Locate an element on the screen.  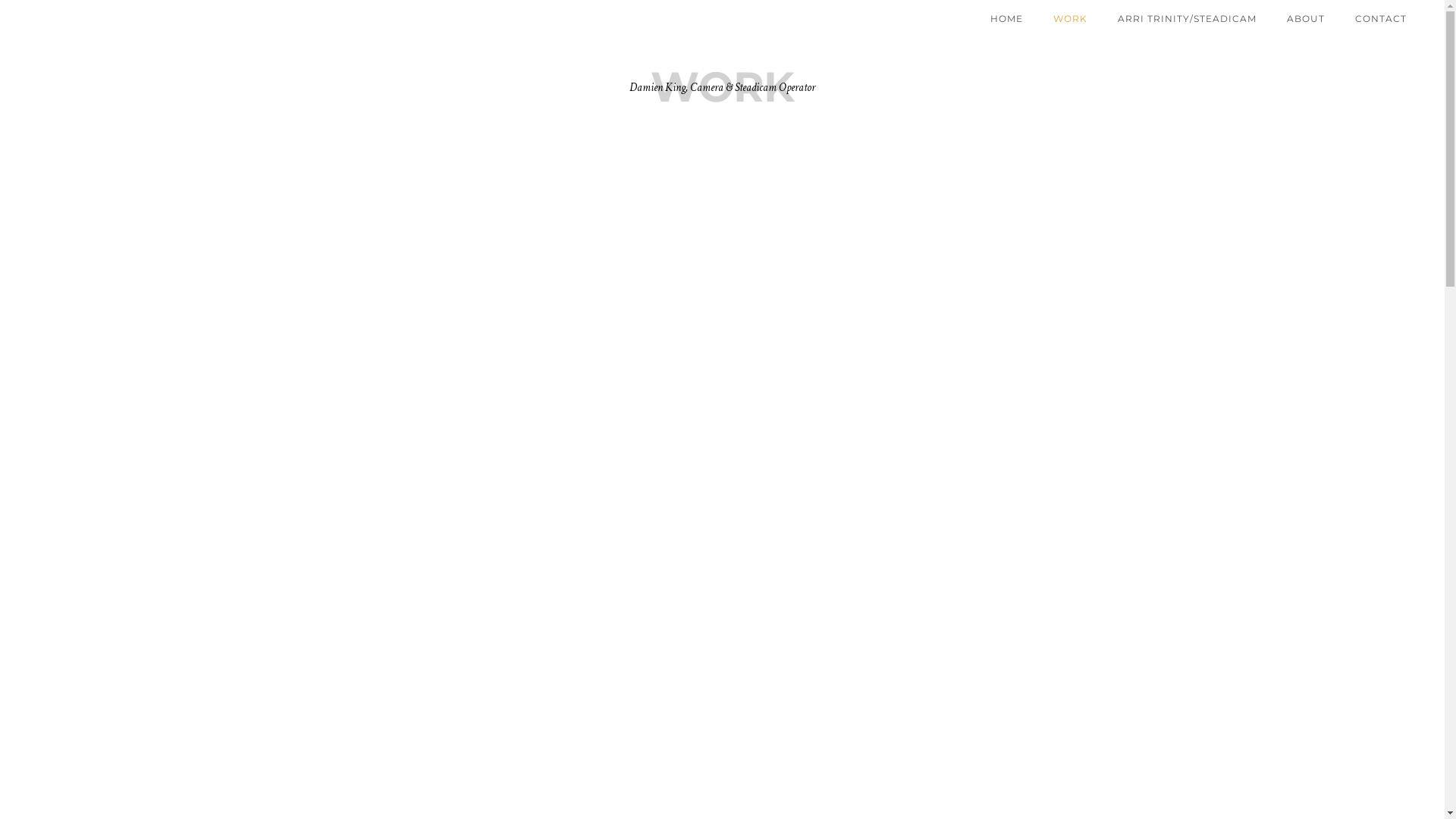
'WORK' is located at coordinates (1069, 18).